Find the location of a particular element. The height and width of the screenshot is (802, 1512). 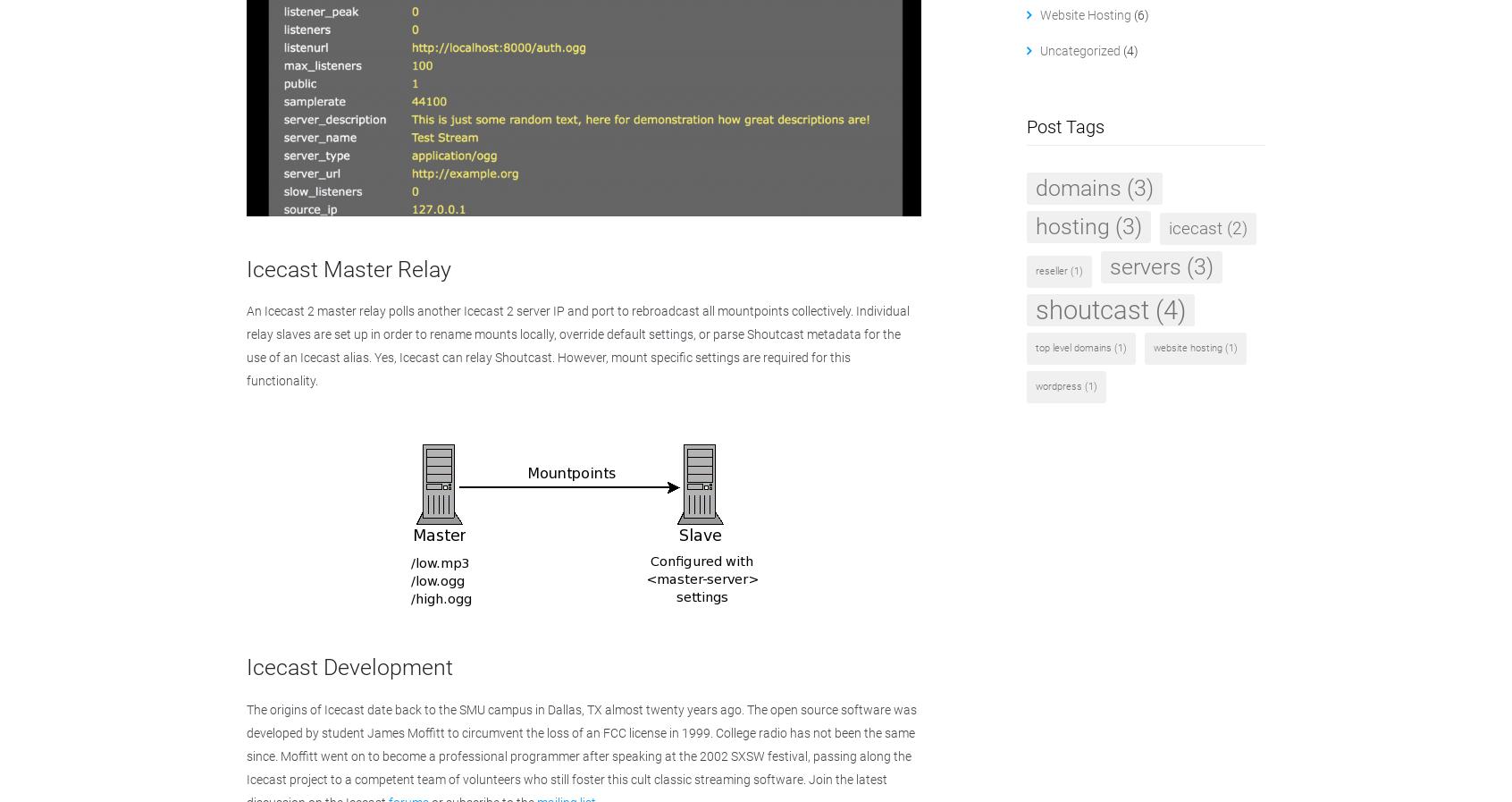

'Uncategorized' is located at coordinates (1079, 49).